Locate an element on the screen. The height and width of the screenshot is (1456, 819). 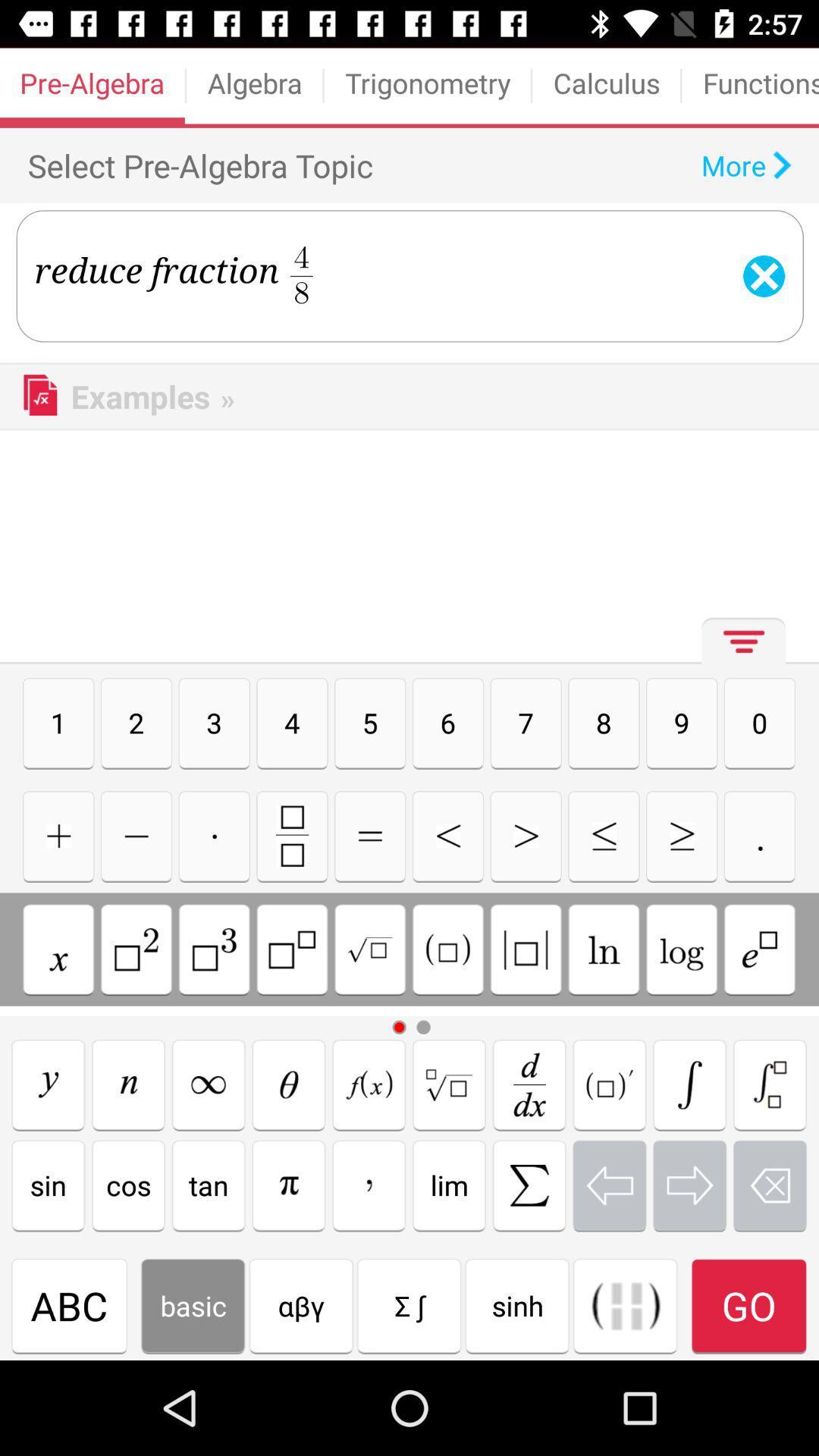
erase previous entry is located at coordinates (770, 1185).